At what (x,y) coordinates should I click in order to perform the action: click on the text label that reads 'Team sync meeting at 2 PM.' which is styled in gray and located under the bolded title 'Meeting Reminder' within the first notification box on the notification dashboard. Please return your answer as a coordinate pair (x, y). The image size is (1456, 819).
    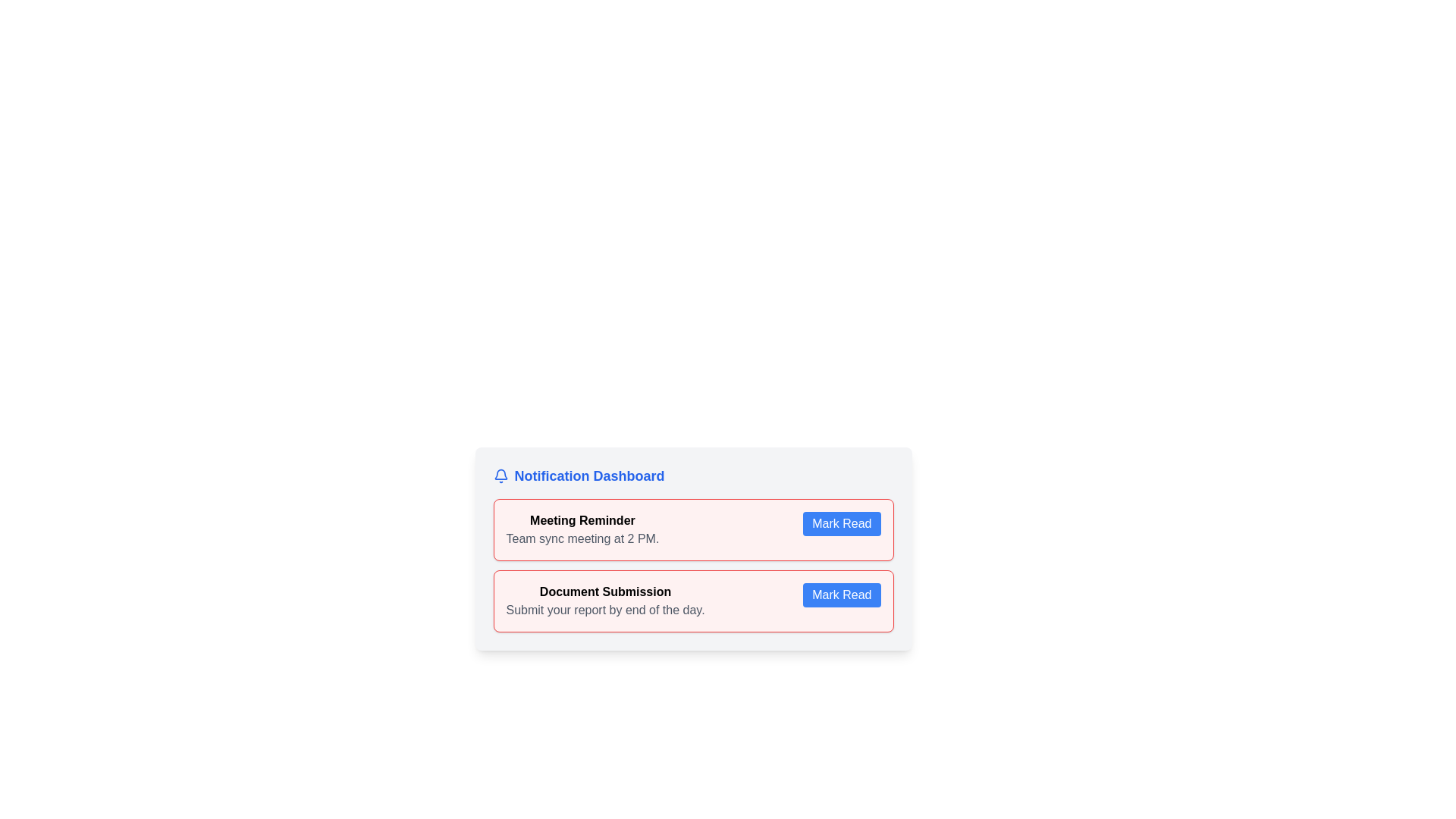
    Looking at the image, I should click on (582, 538).